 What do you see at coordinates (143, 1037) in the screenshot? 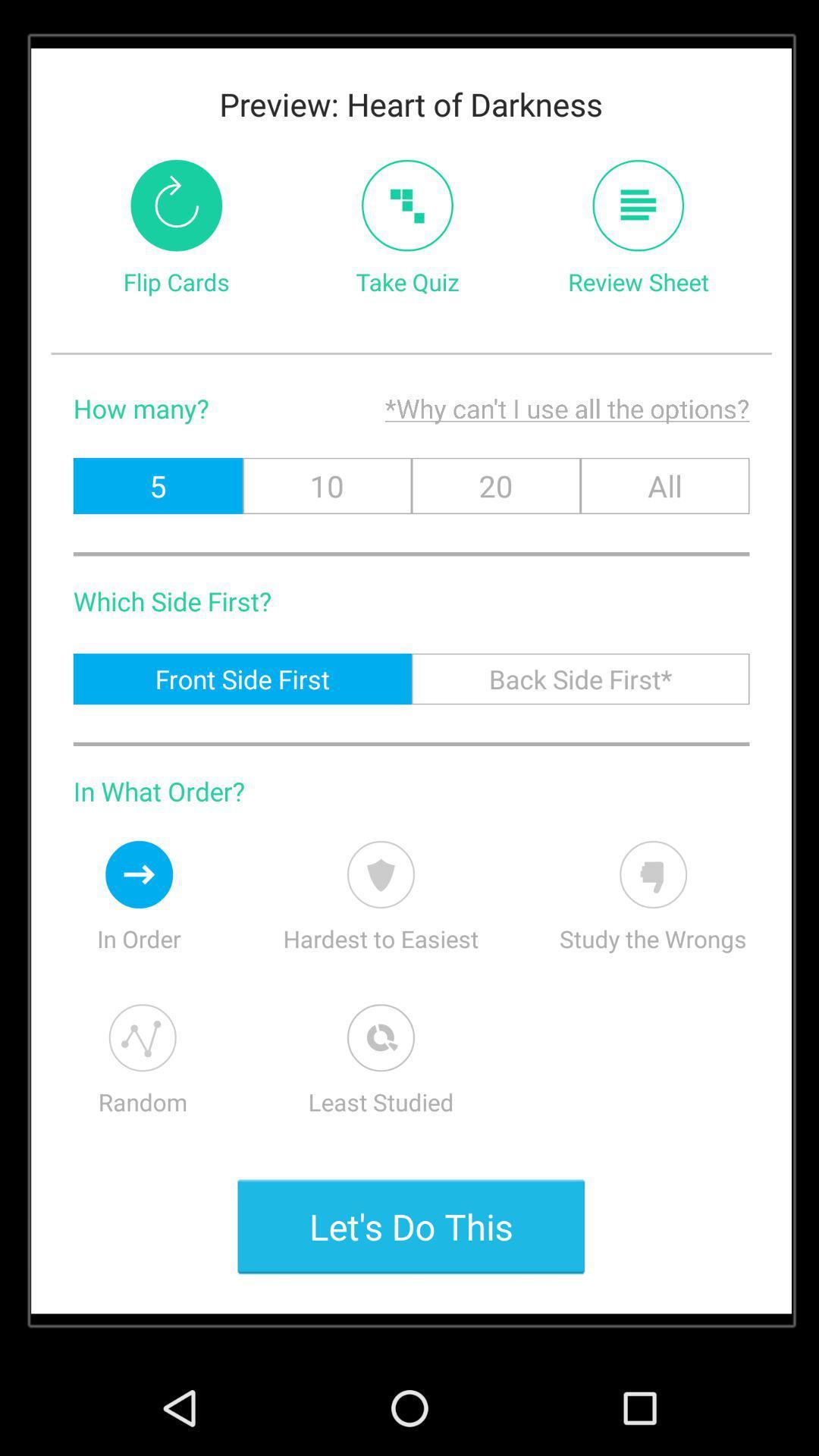
I see `switch to random` at bounding box center [143, 1037].